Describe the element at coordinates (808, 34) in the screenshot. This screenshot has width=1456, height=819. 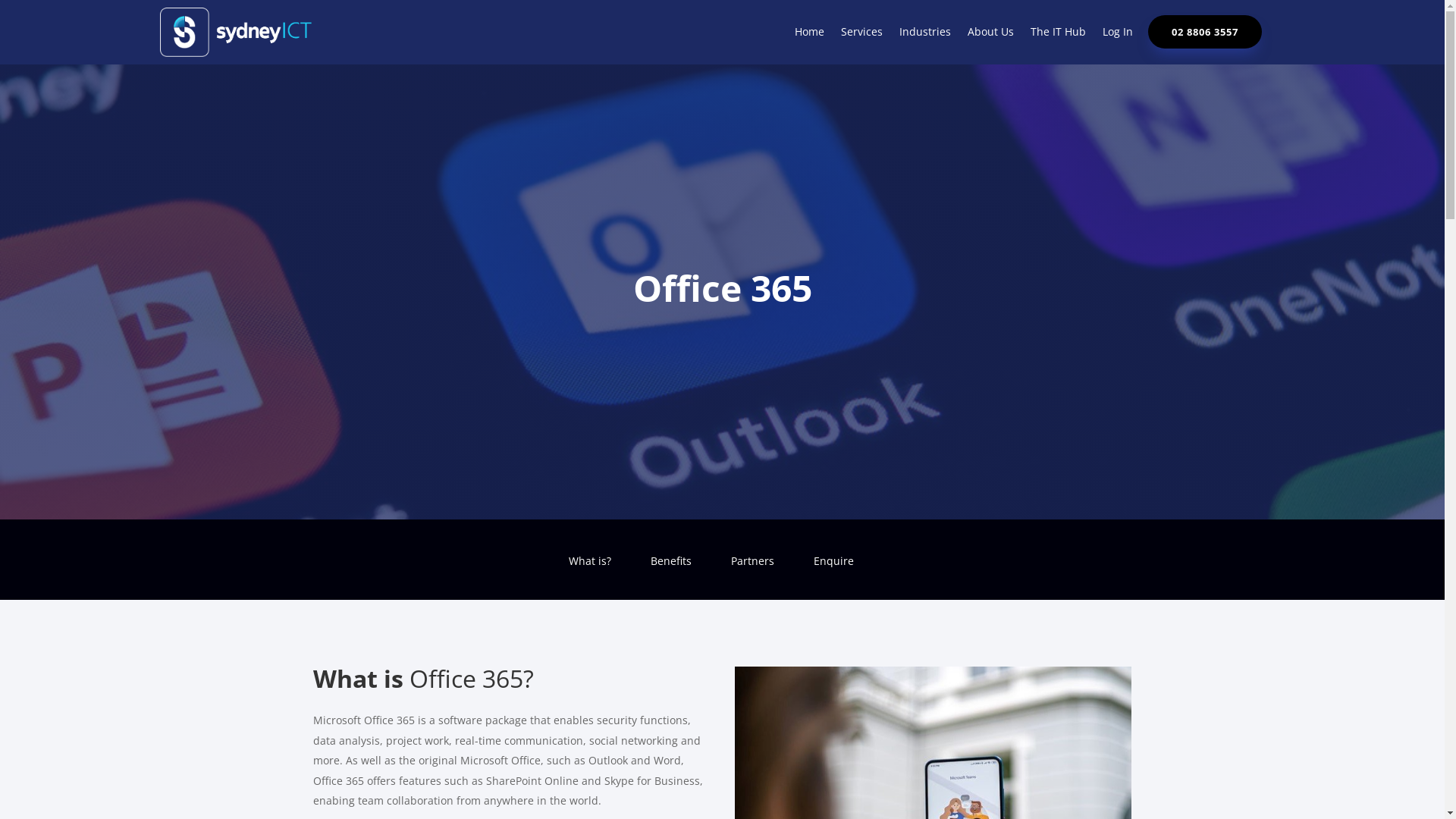
I see `'Home'` at that location.